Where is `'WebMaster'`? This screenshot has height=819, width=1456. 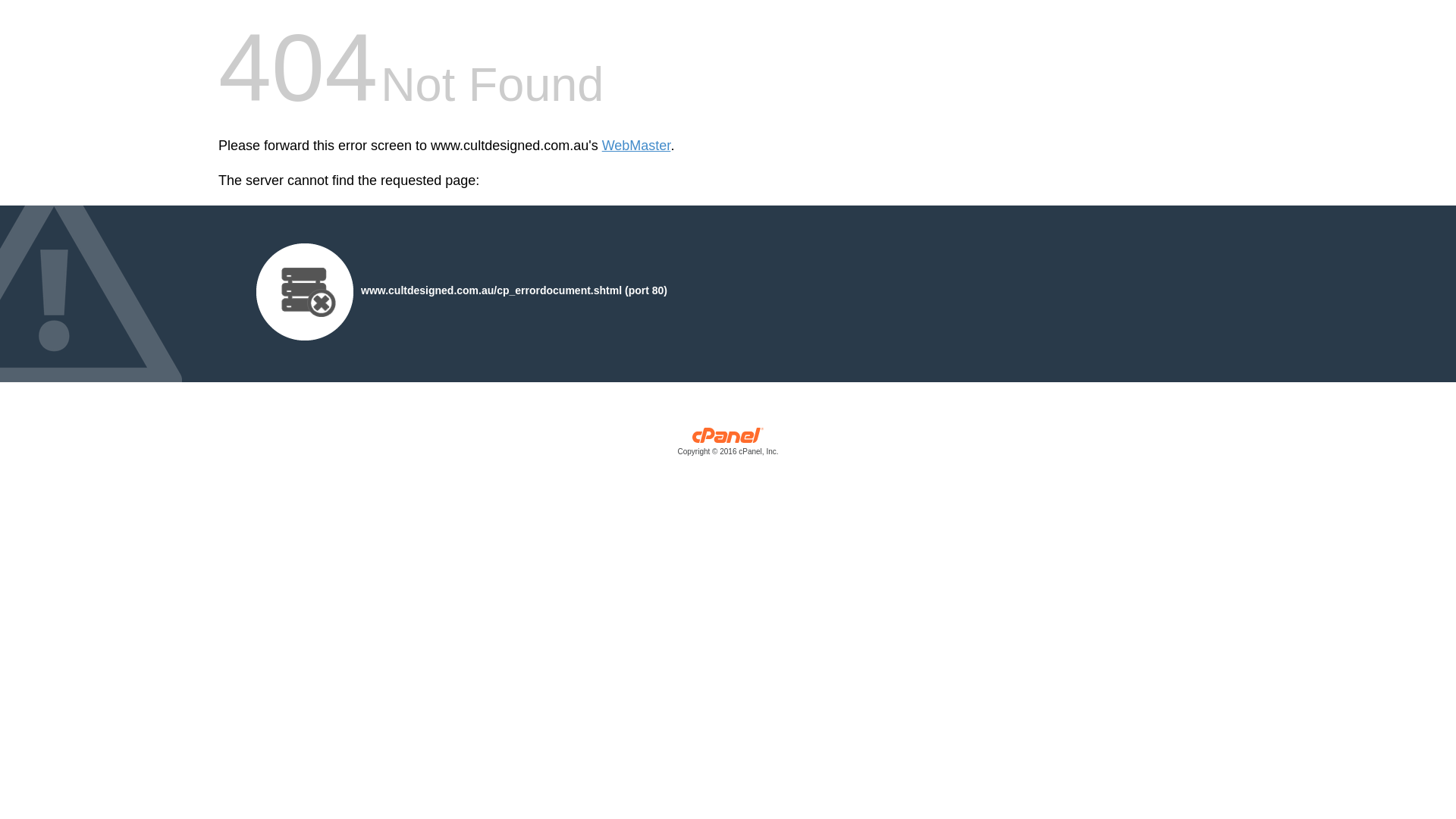
'WebMaster' is located at coordinates (636, 146).